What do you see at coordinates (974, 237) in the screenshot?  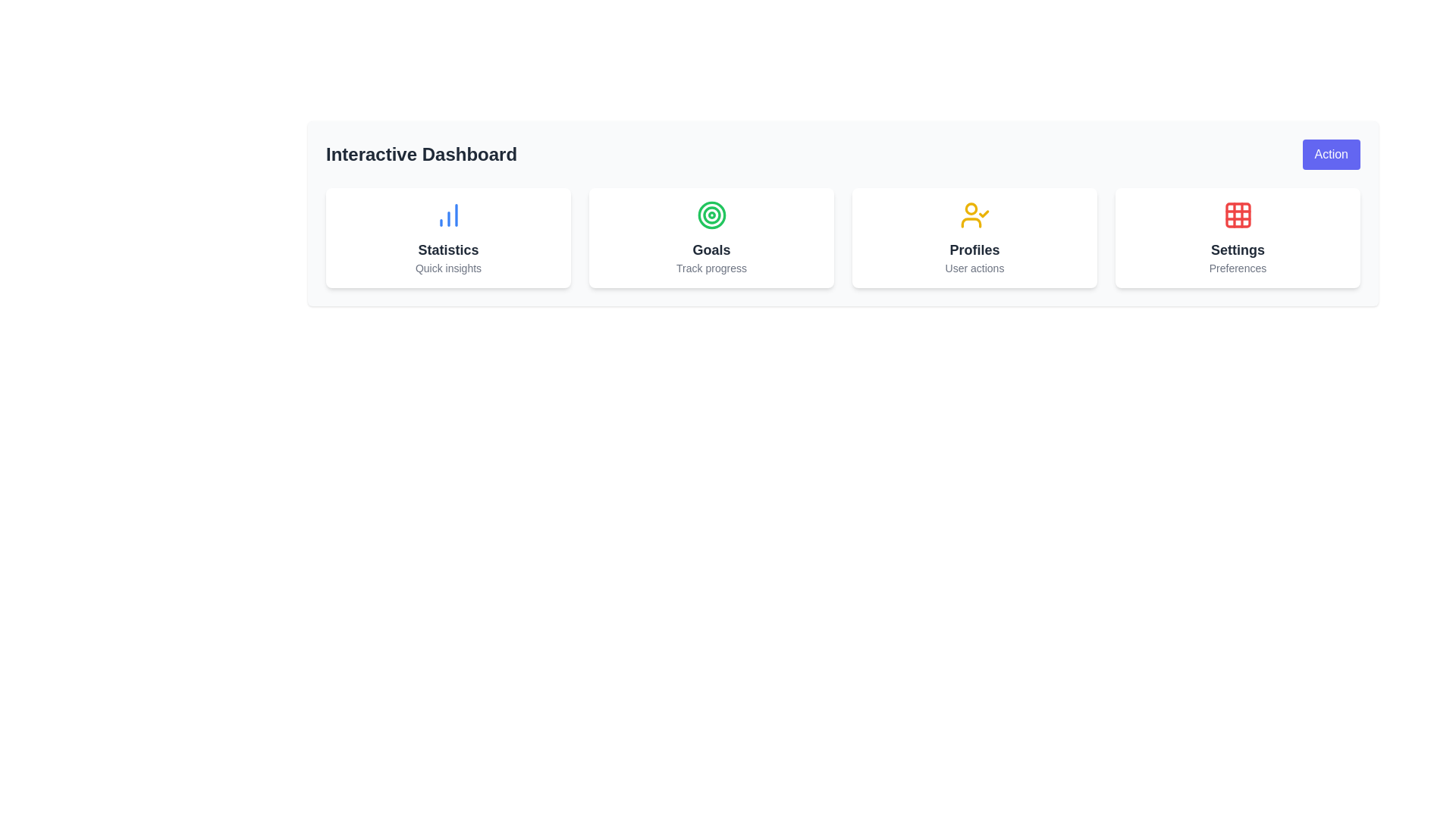 I see `the 'Profiles' card component in the grid layout to trigger UI feedback such as a shadow increase` at bounding box center [974, 237].